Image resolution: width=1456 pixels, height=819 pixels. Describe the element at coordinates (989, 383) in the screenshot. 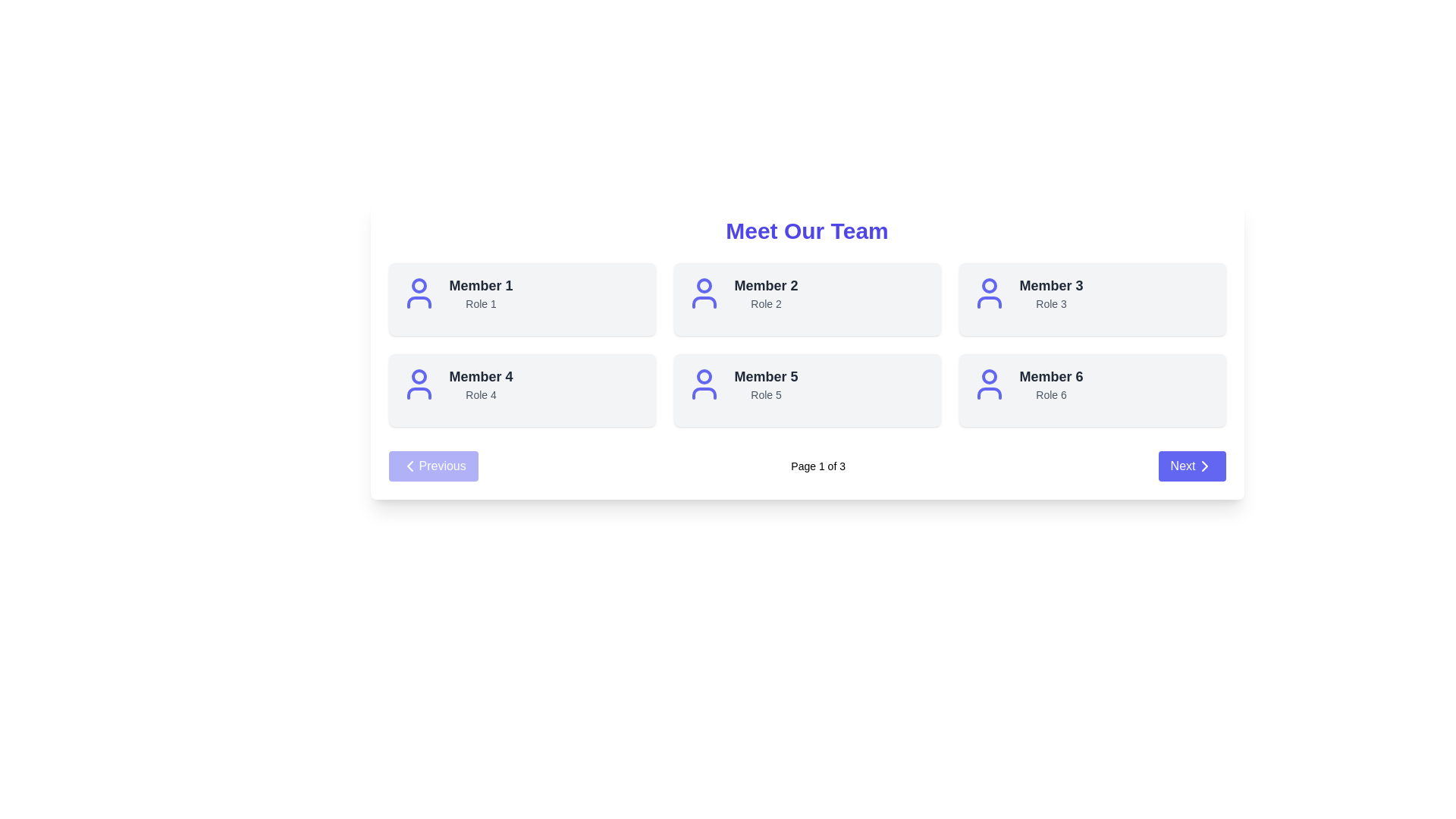

I see `the decorative user profile icon for 'Member 6', located at the lower right corner of the user grid, adjacent to the text 'Member 6 Role 6'` at that location.